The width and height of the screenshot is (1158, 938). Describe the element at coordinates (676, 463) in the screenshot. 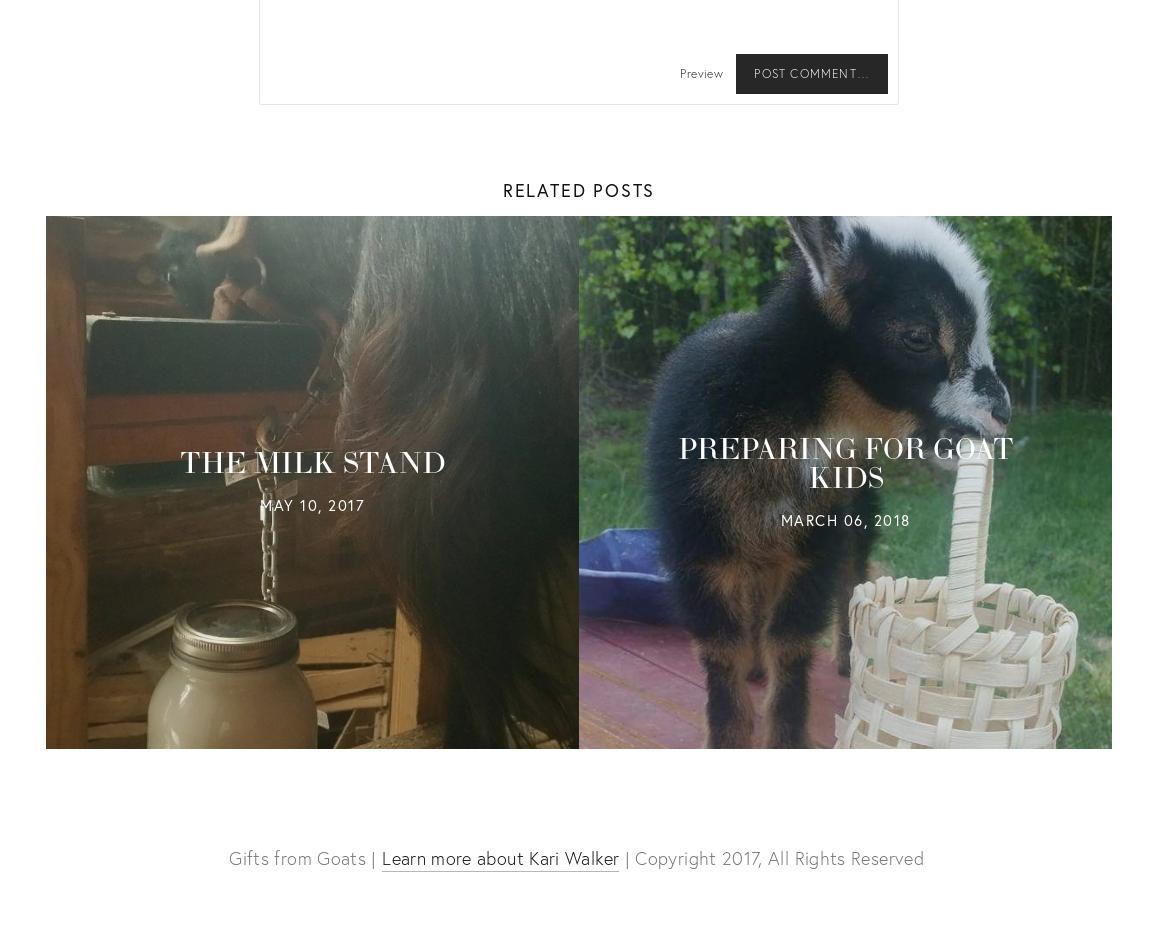

I see `'Preparing for Goat Kids'` at that location.